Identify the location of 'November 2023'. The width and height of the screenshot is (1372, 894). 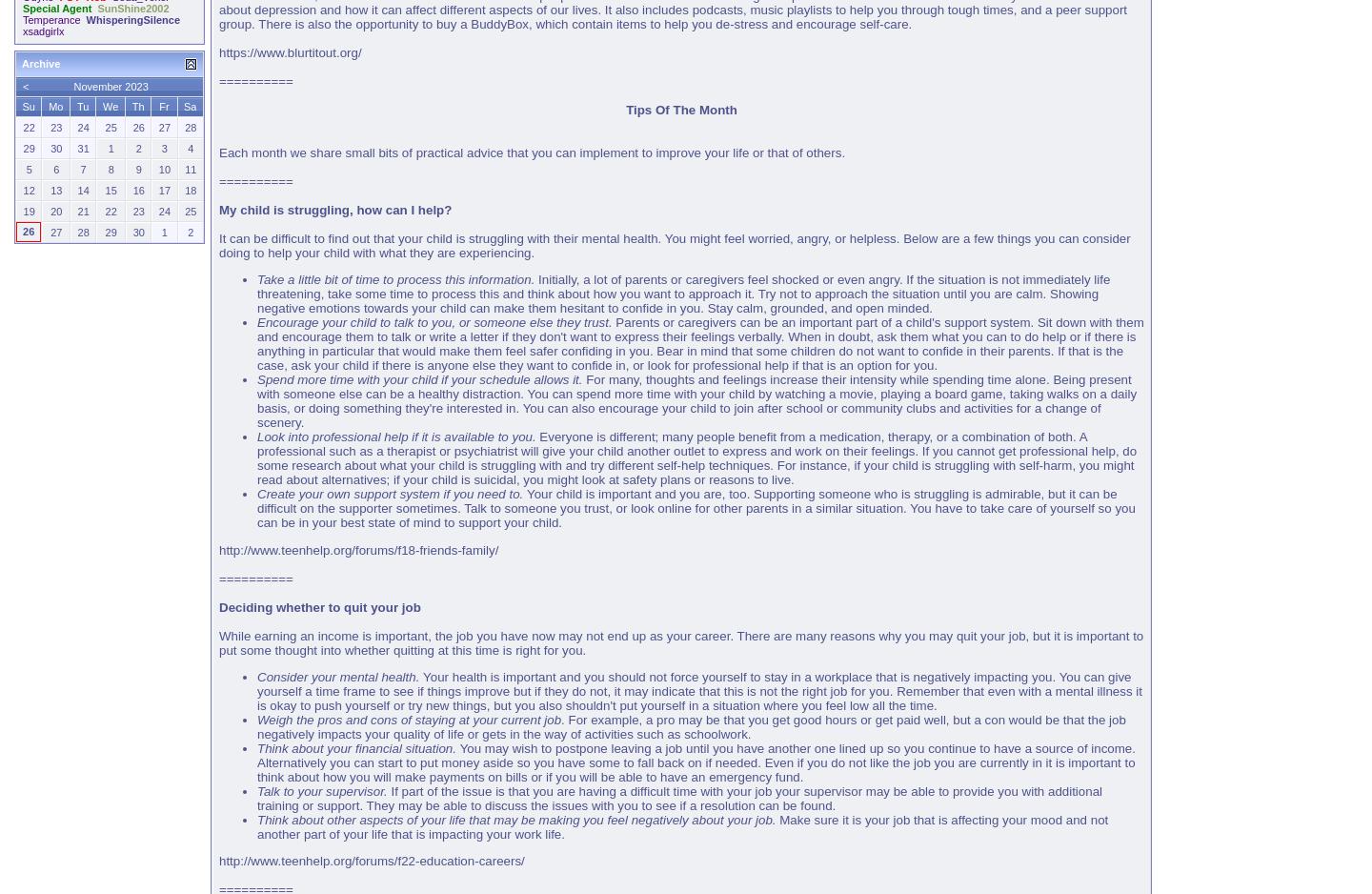
(111, 85).